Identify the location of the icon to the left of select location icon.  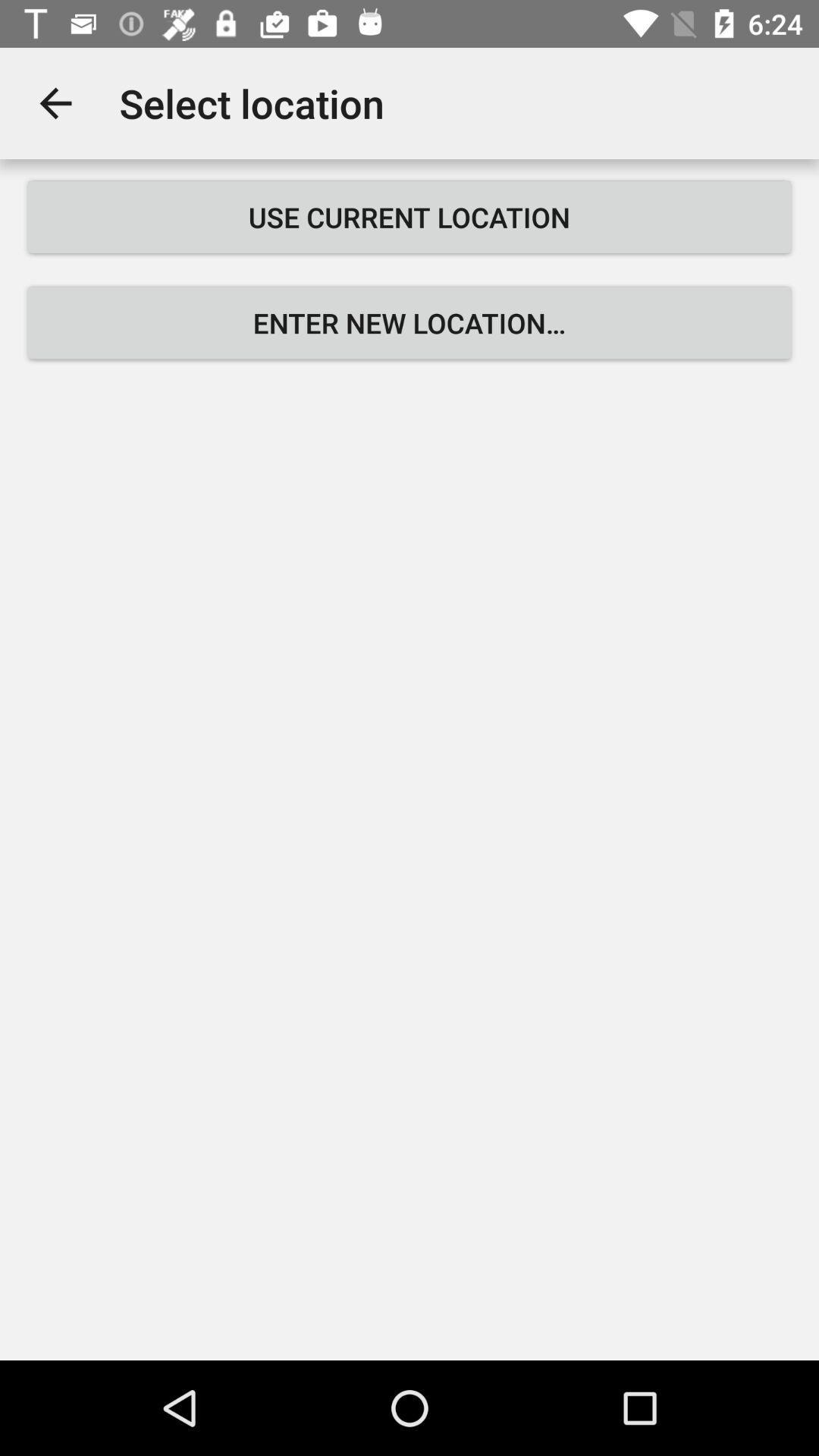
(55, 102).